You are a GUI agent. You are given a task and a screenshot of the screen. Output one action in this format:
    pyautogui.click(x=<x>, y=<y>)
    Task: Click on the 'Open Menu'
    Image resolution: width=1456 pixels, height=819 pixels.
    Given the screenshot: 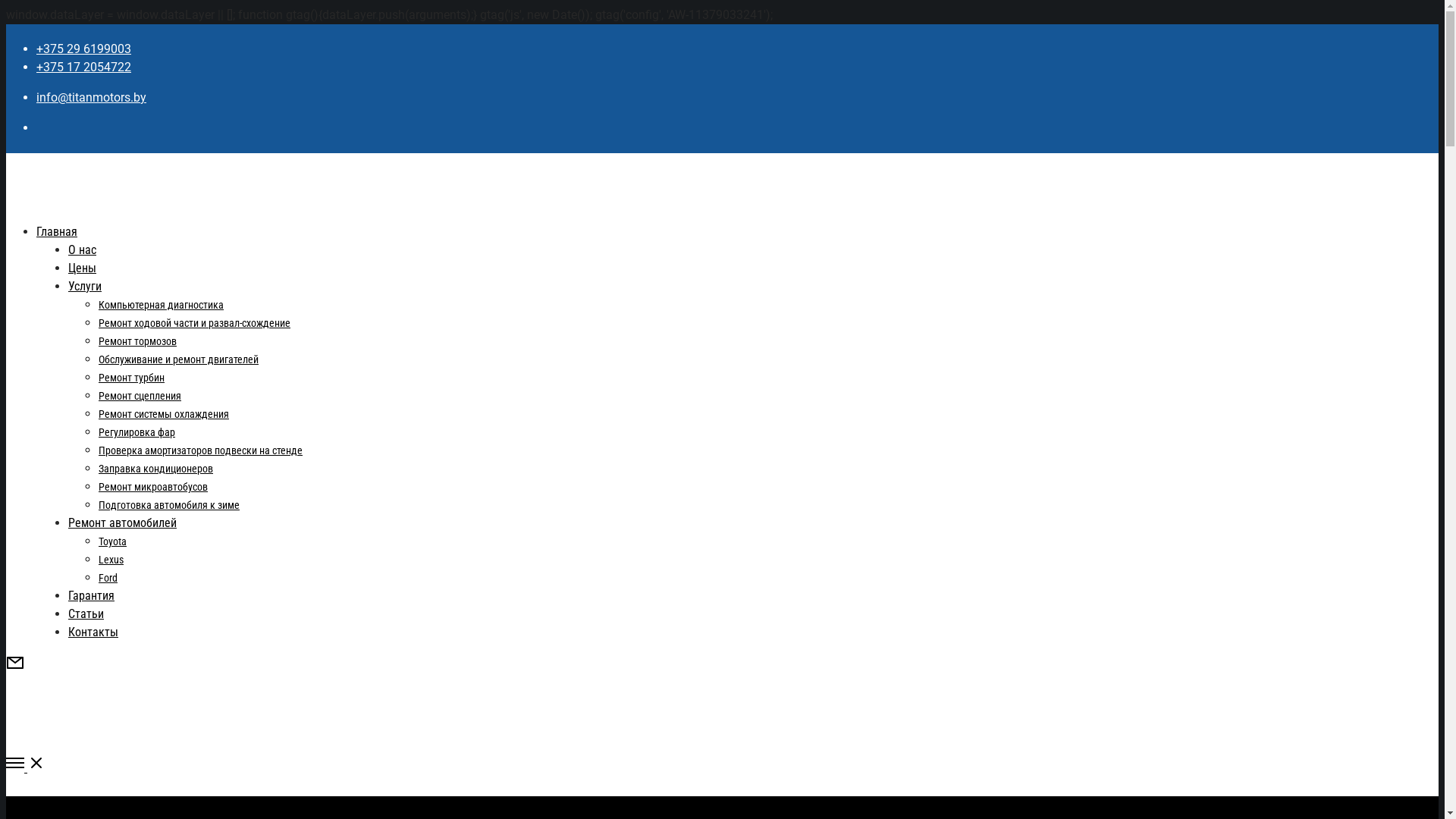 What is the action you would take?
    pyautogui.click(x=721, y=765)
    